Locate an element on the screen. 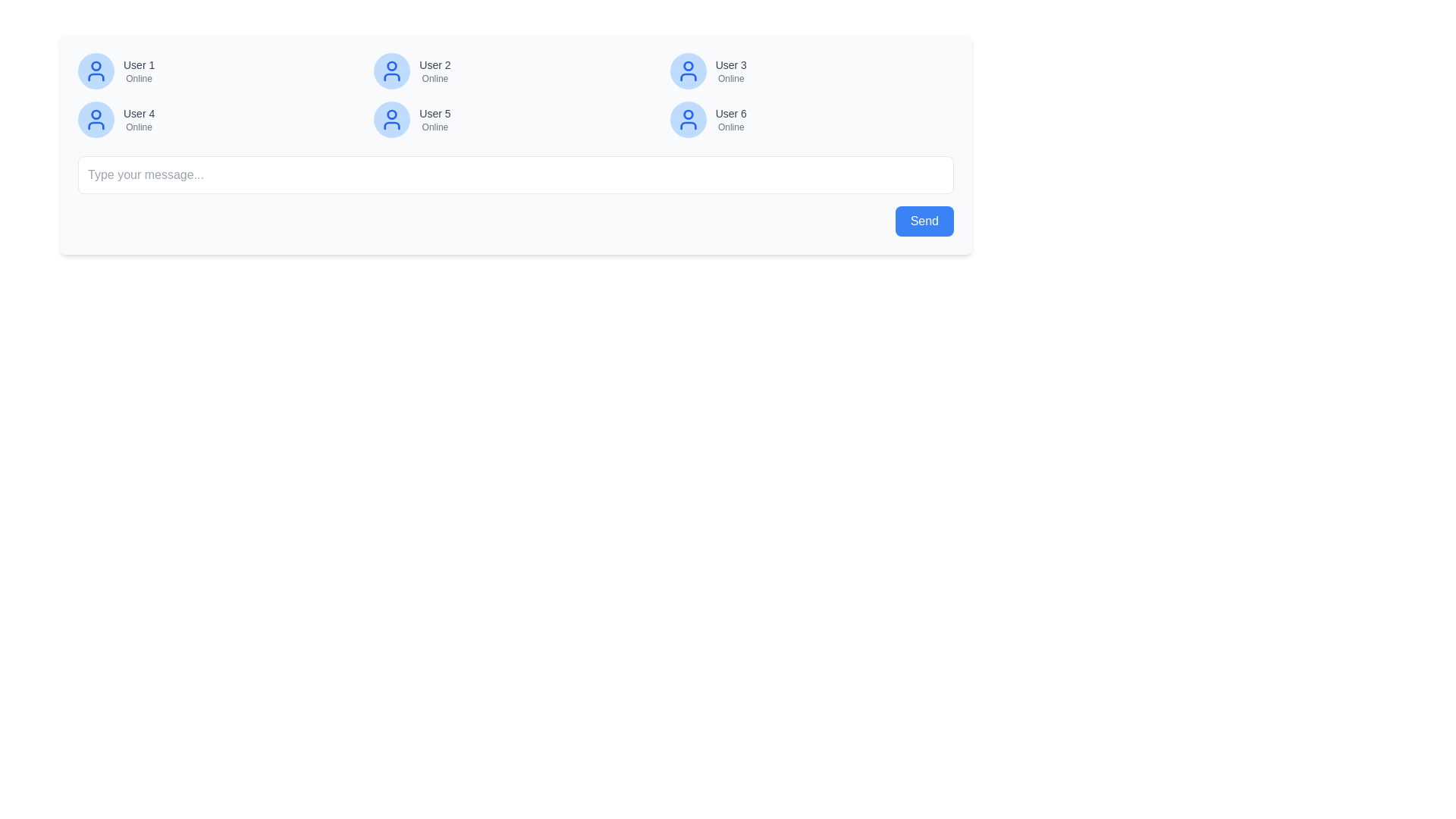 Image resolution: width=1456 pixels, height=819 pixels. the user profile icon representing 'User 6 Online', located in the second row and second column of the user list grid is located at coordinates (687, 119).